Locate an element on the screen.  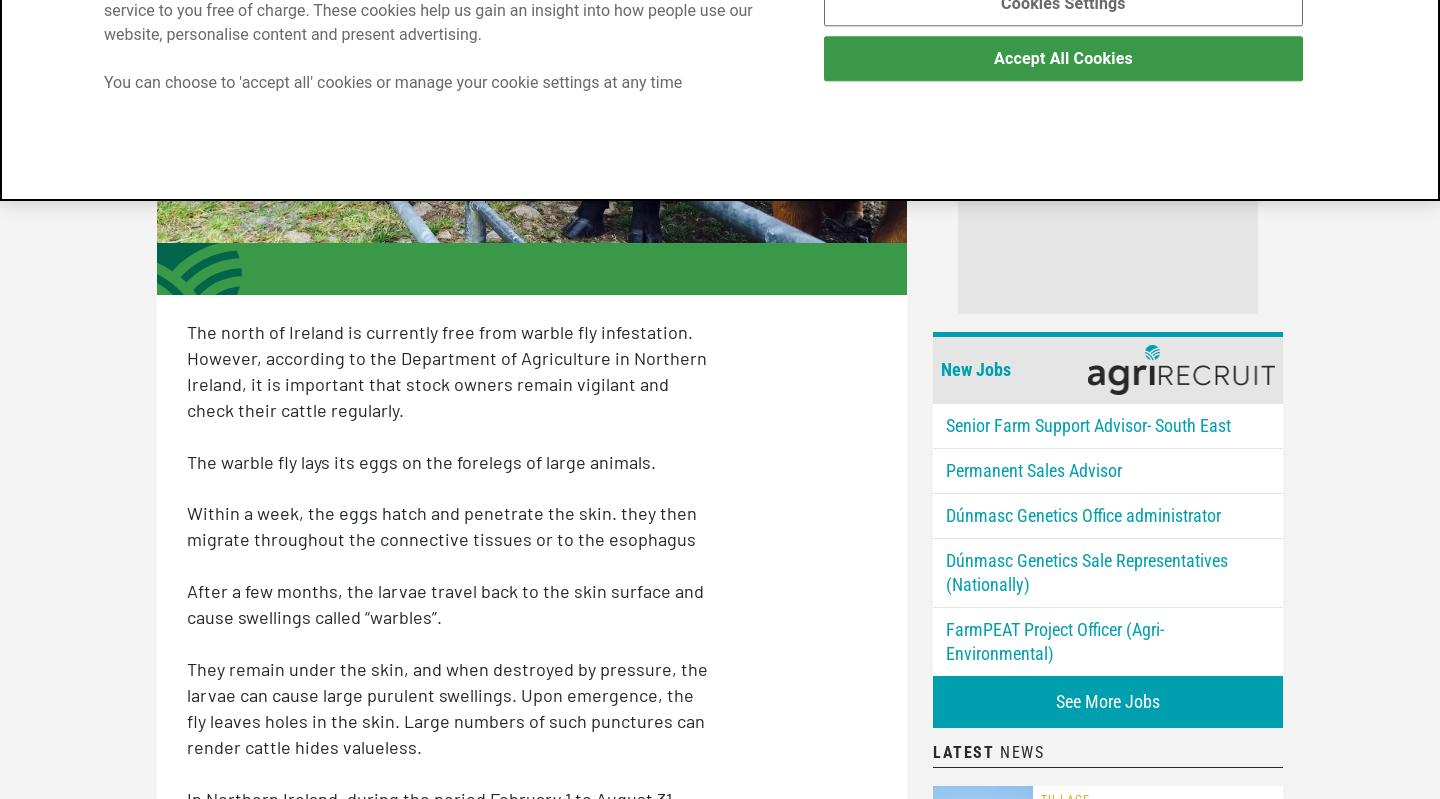
'The north of Ireland is currently free from warble fly infestation. However, according to the Department of Agriculture in Northern Ireland, it is important that stock owners remain vigilant and check their cattle regularly.' is located at coordinates (446, 370).